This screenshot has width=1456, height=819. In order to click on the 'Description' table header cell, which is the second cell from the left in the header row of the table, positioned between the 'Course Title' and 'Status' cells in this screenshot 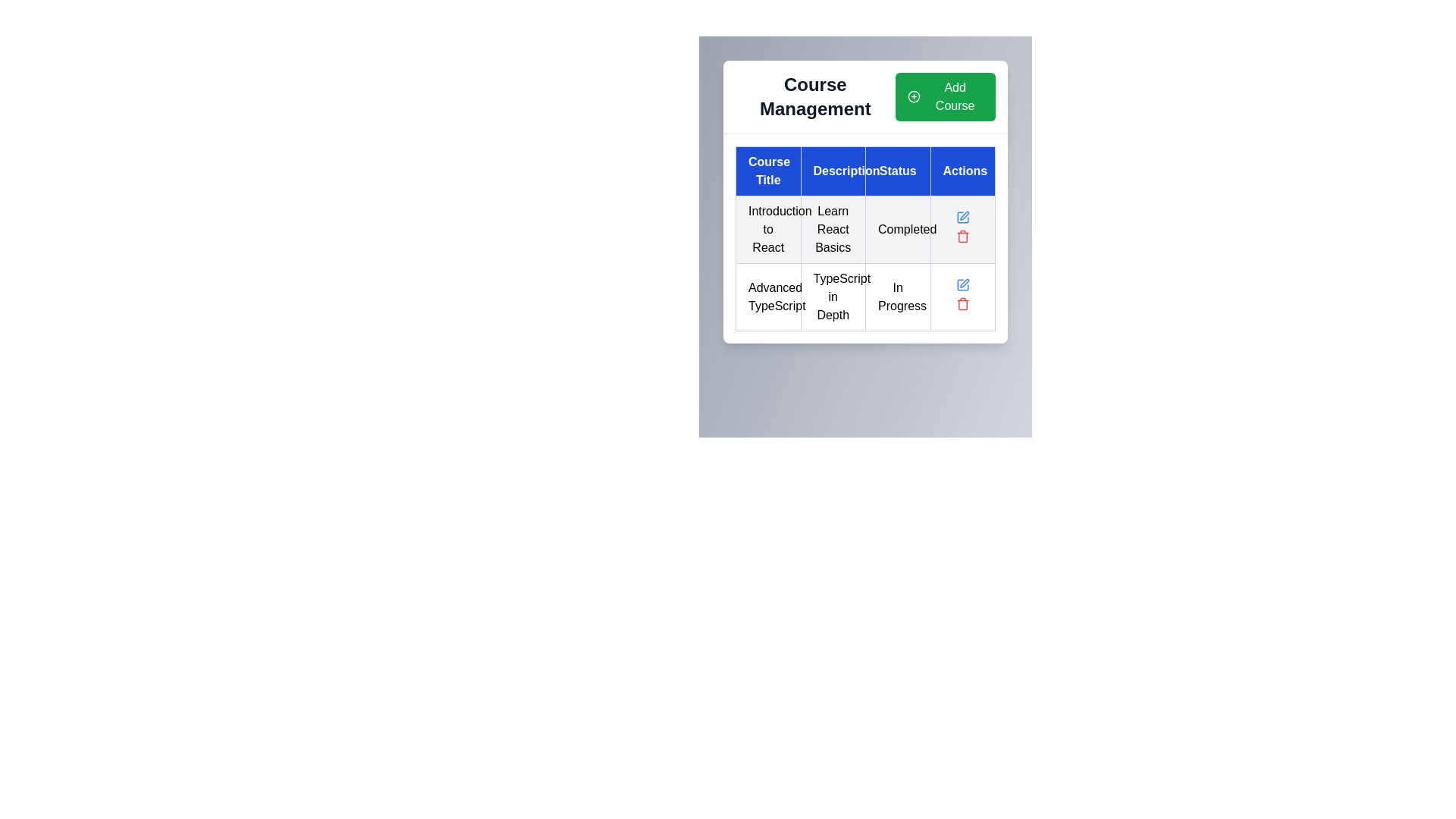, I will do `click(832, 171)`.